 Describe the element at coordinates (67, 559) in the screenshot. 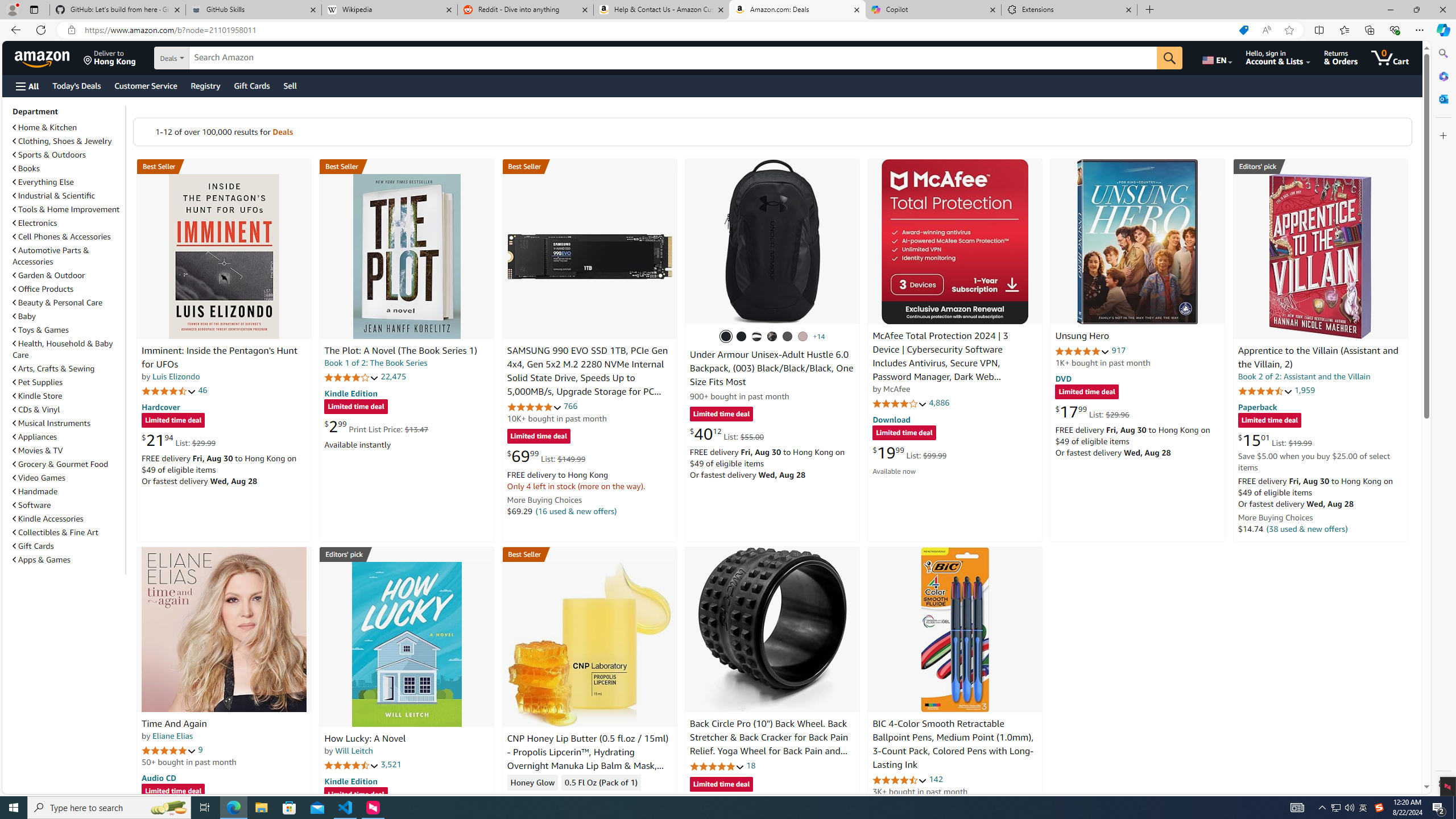

I see `'Apps & Games'` at that location.